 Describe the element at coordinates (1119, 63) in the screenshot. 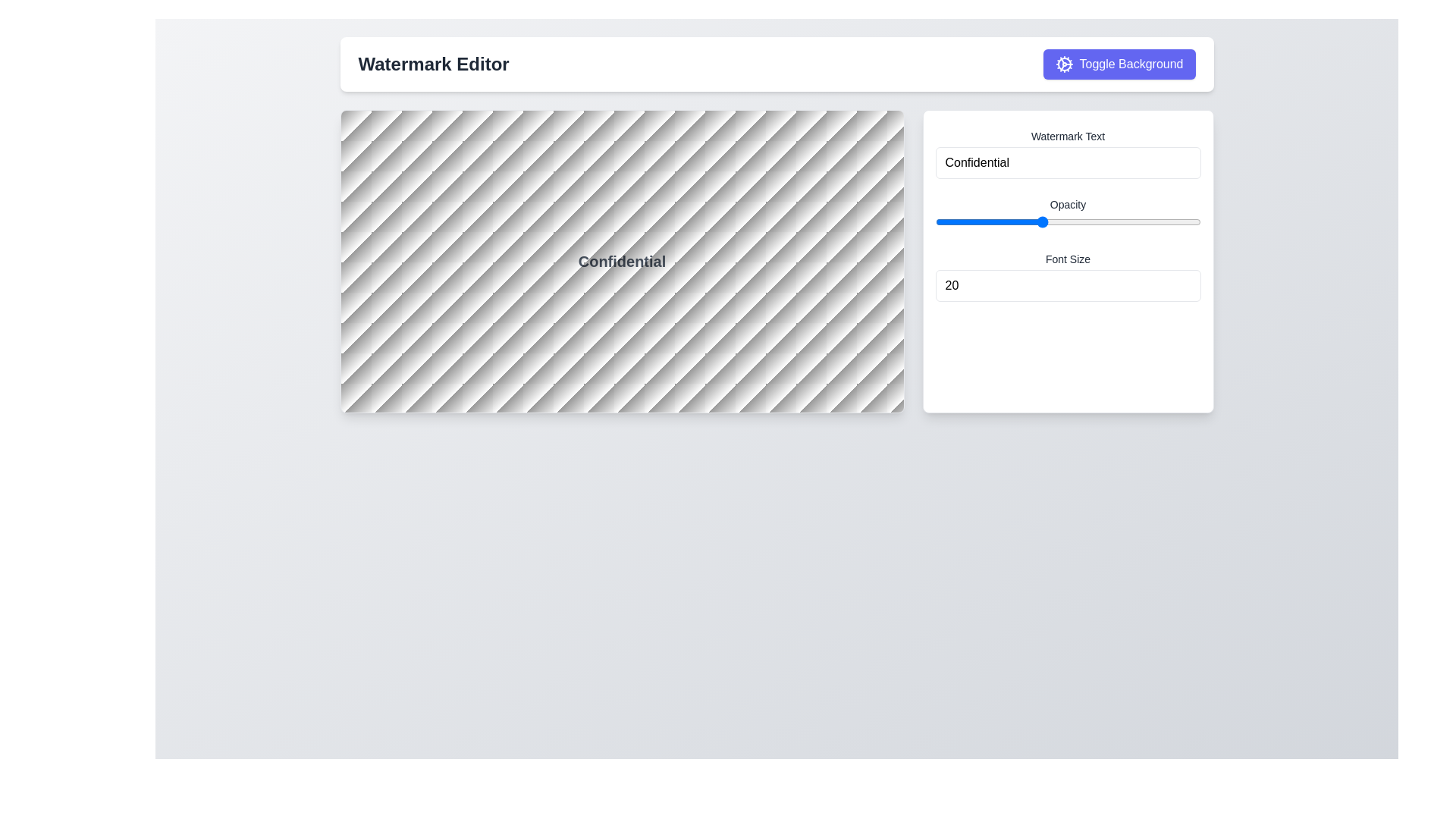

I see `the 'Toggle Background' button with a cogwheel icon, which has a purple background and white text` at that location.